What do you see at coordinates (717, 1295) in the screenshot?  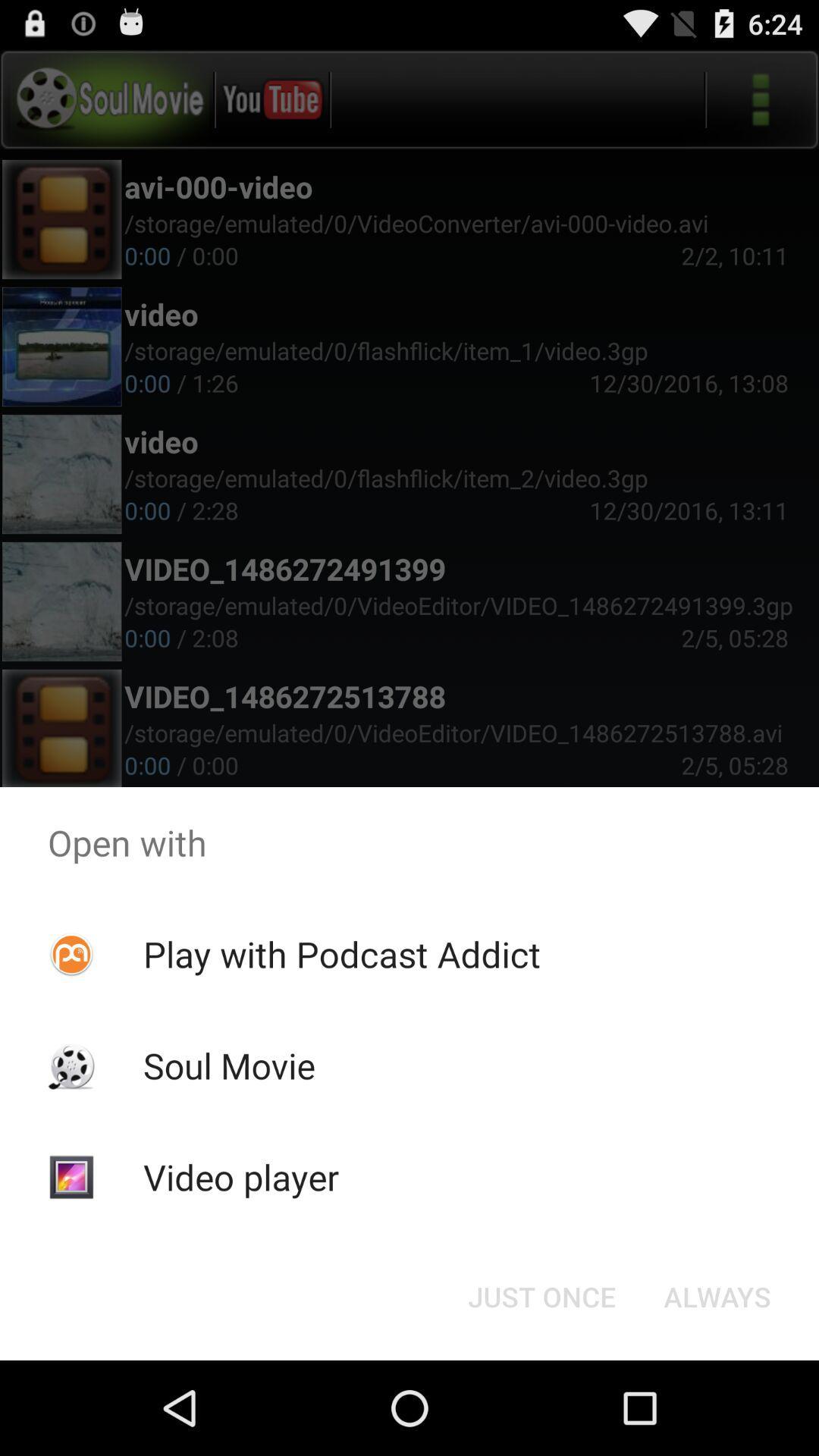 I see `the item at the bottom right corner` at bounding box center [717, 1295].